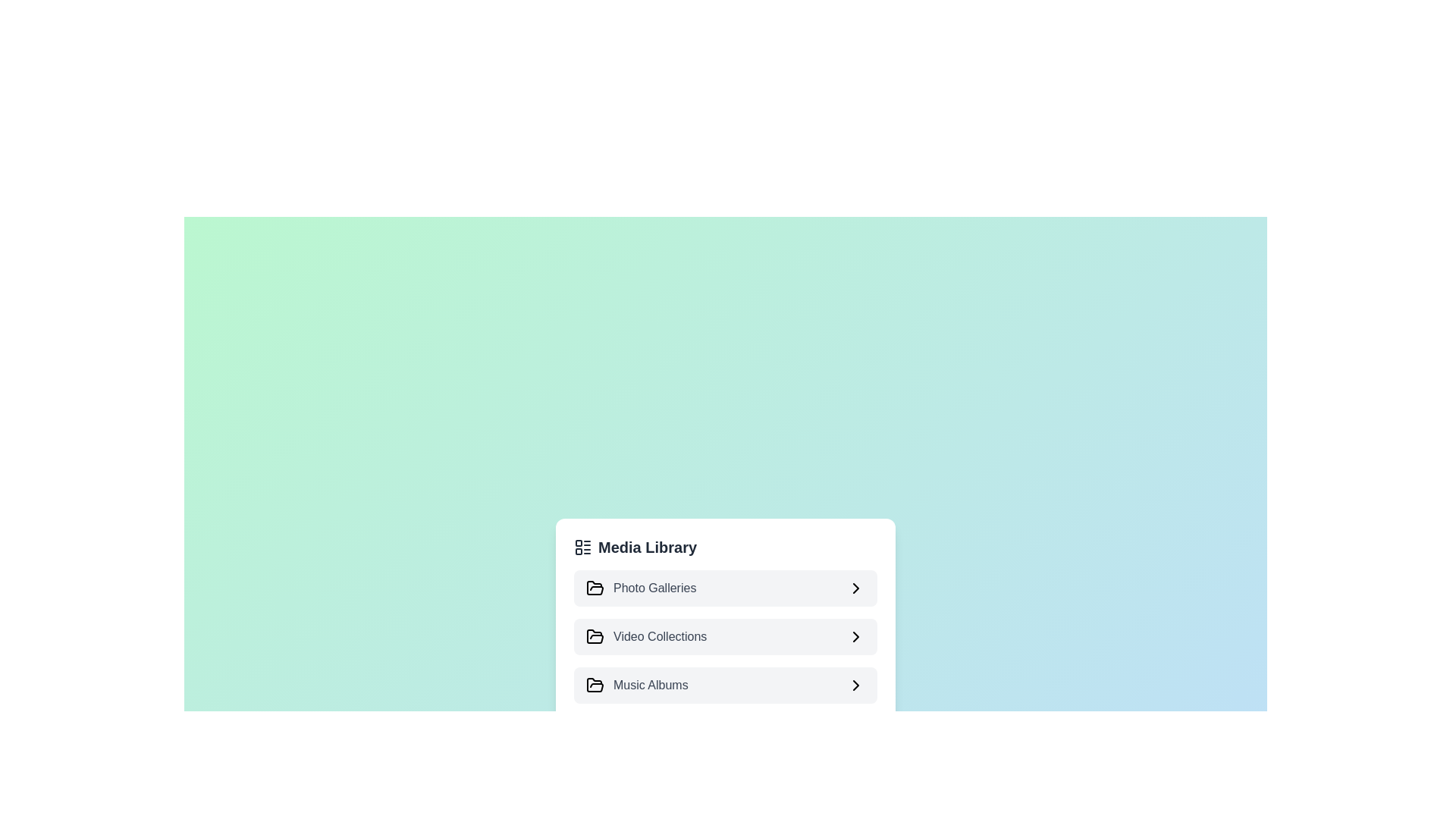  Describe the element at coordinates (855, 637) in the screenshot. I see `icon next to the category title Video Collections` at that location.